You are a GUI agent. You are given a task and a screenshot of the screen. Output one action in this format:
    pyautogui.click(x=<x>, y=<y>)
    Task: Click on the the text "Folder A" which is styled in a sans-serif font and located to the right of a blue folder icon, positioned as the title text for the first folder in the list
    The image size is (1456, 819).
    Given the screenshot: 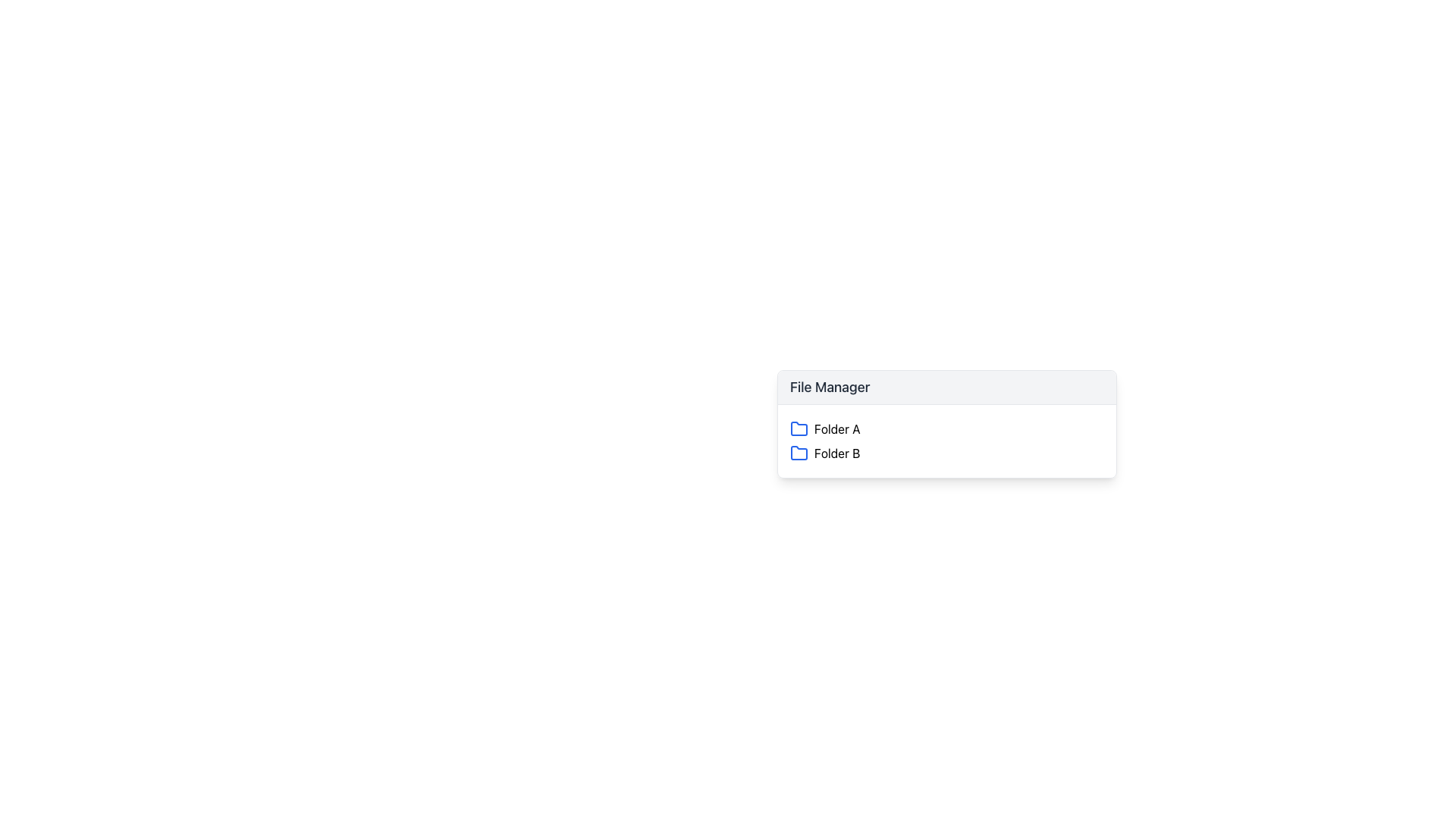 What is the action you would take?
    pyautogui.click(x=836, y=429)
    